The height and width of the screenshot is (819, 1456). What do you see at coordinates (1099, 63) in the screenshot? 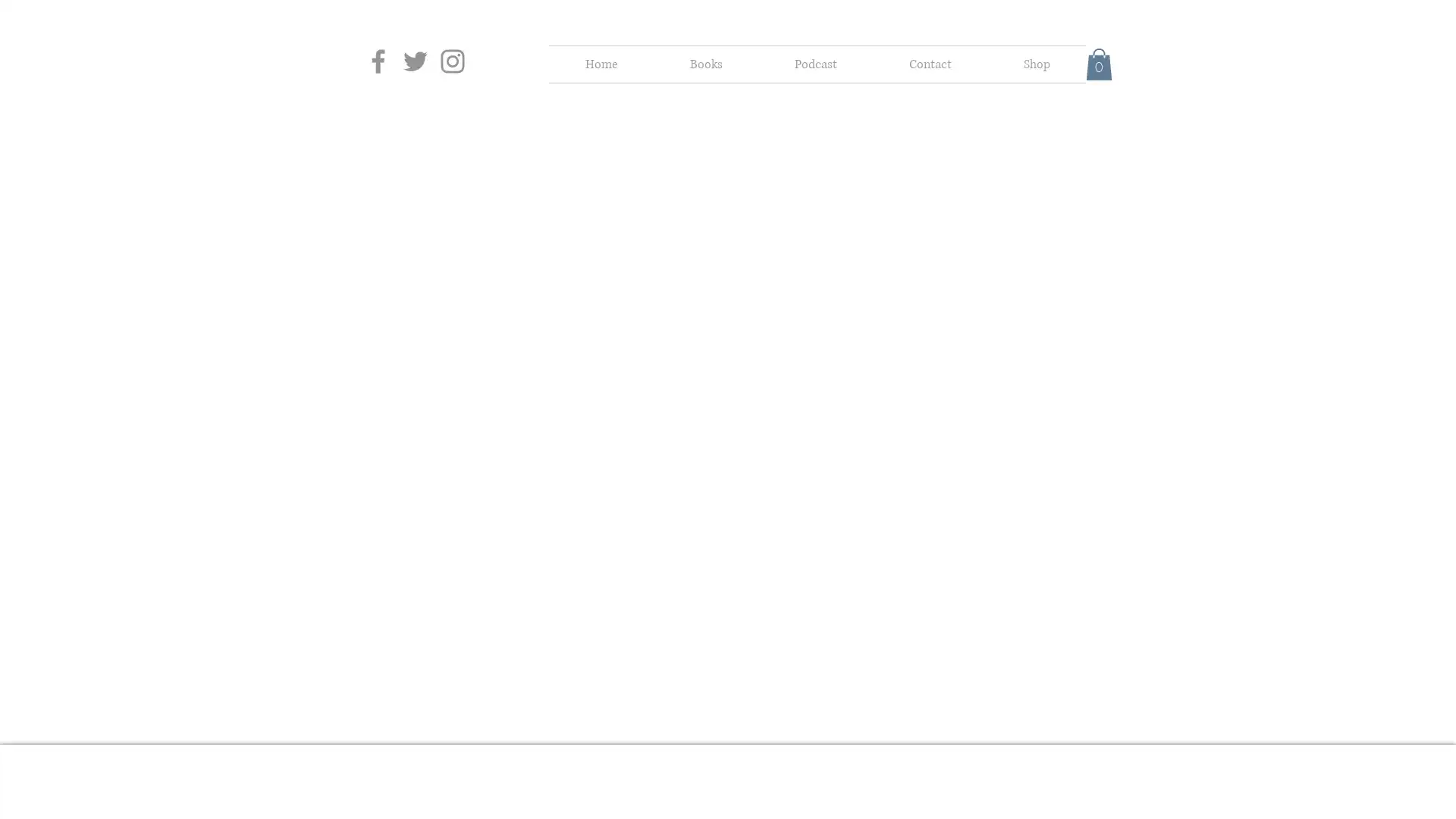
I see `Cart with 0 items` at bounding box center [1099, 63].